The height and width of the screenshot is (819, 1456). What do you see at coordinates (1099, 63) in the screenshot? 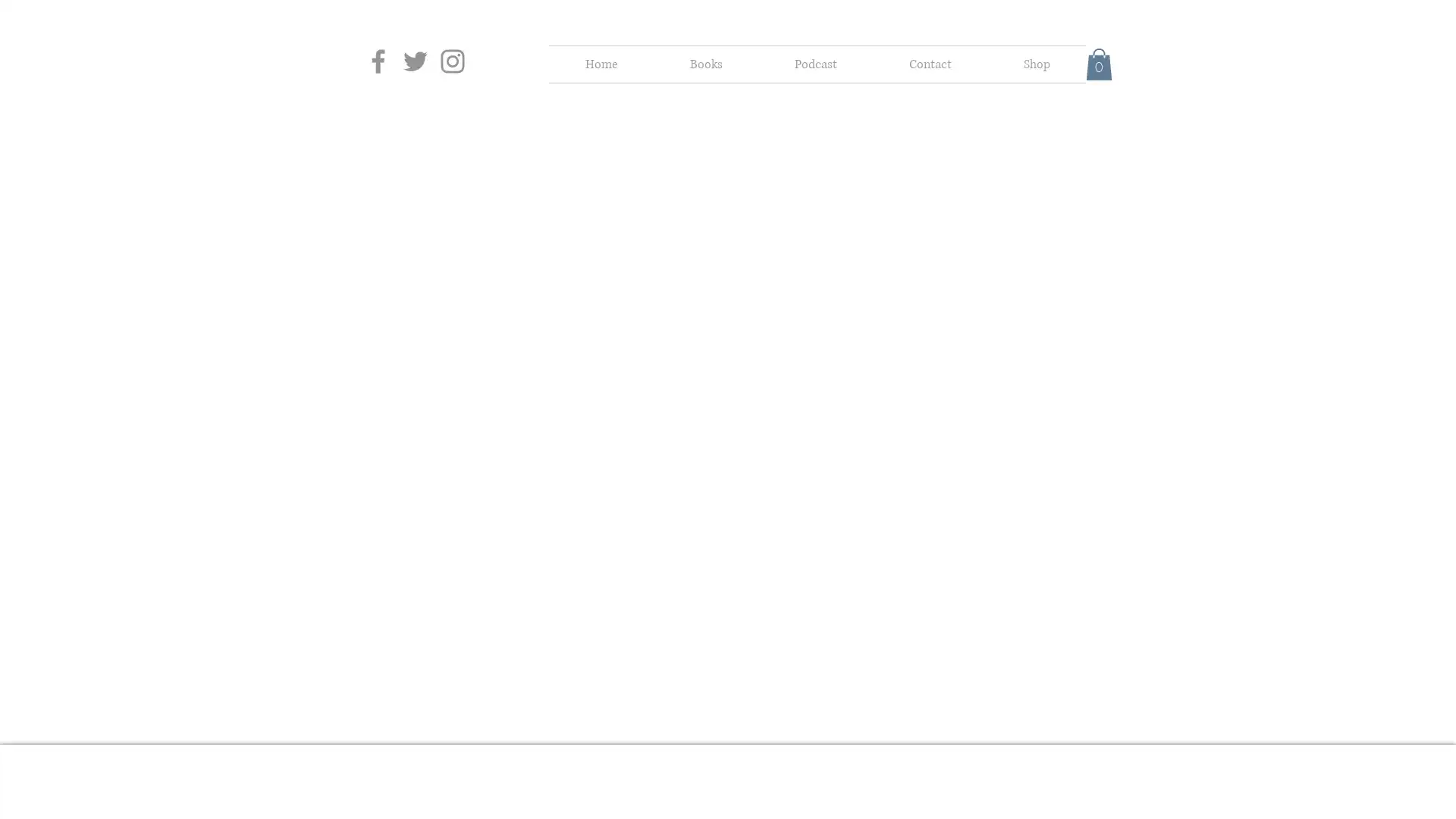
I see `Cart with 0 items` at bounding box center [1099, 63].